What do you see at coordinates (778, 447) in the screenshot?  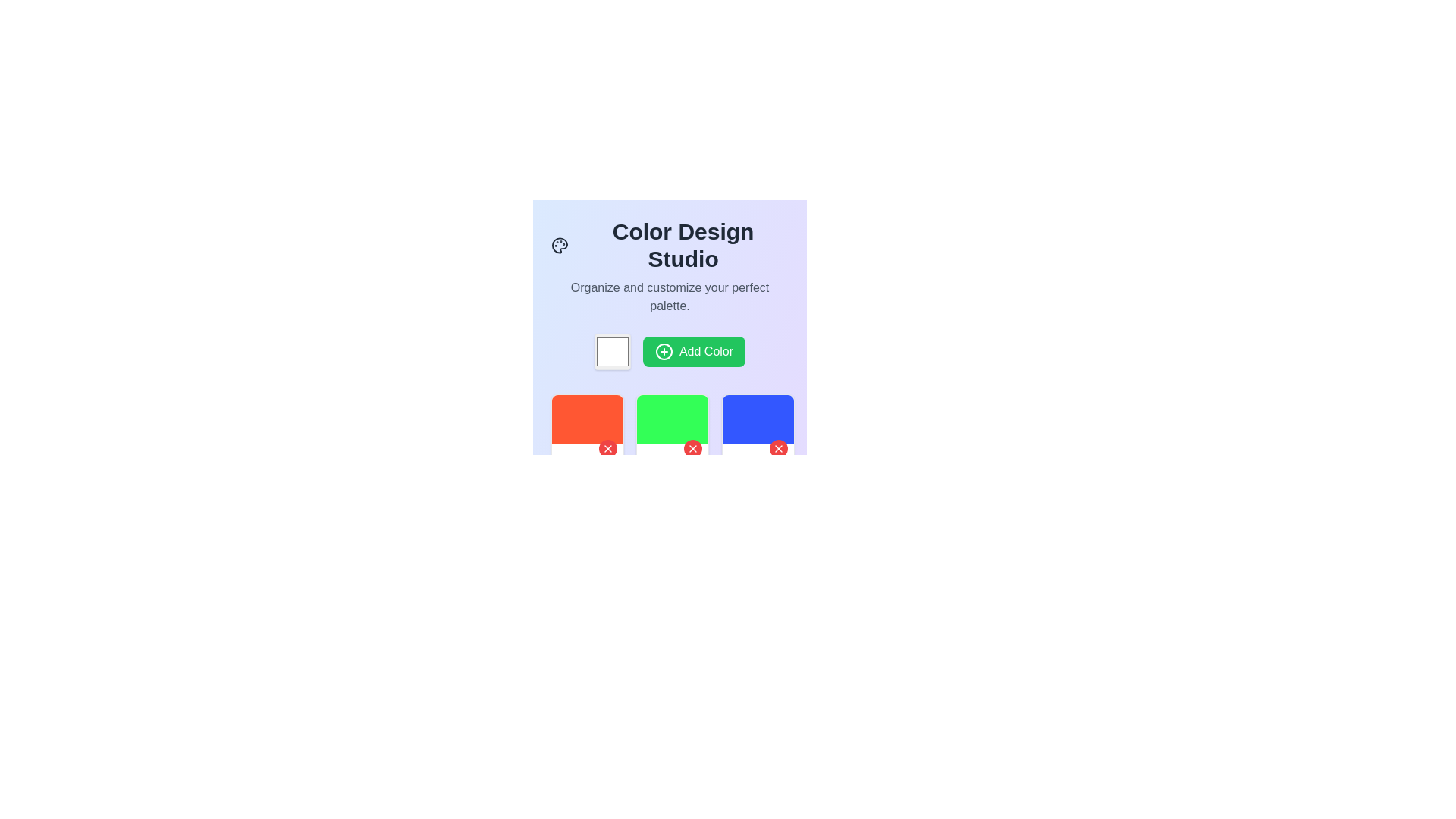 I see `the delete button located at the bottom right corner of the blue card` at bounding box center [778, 447].